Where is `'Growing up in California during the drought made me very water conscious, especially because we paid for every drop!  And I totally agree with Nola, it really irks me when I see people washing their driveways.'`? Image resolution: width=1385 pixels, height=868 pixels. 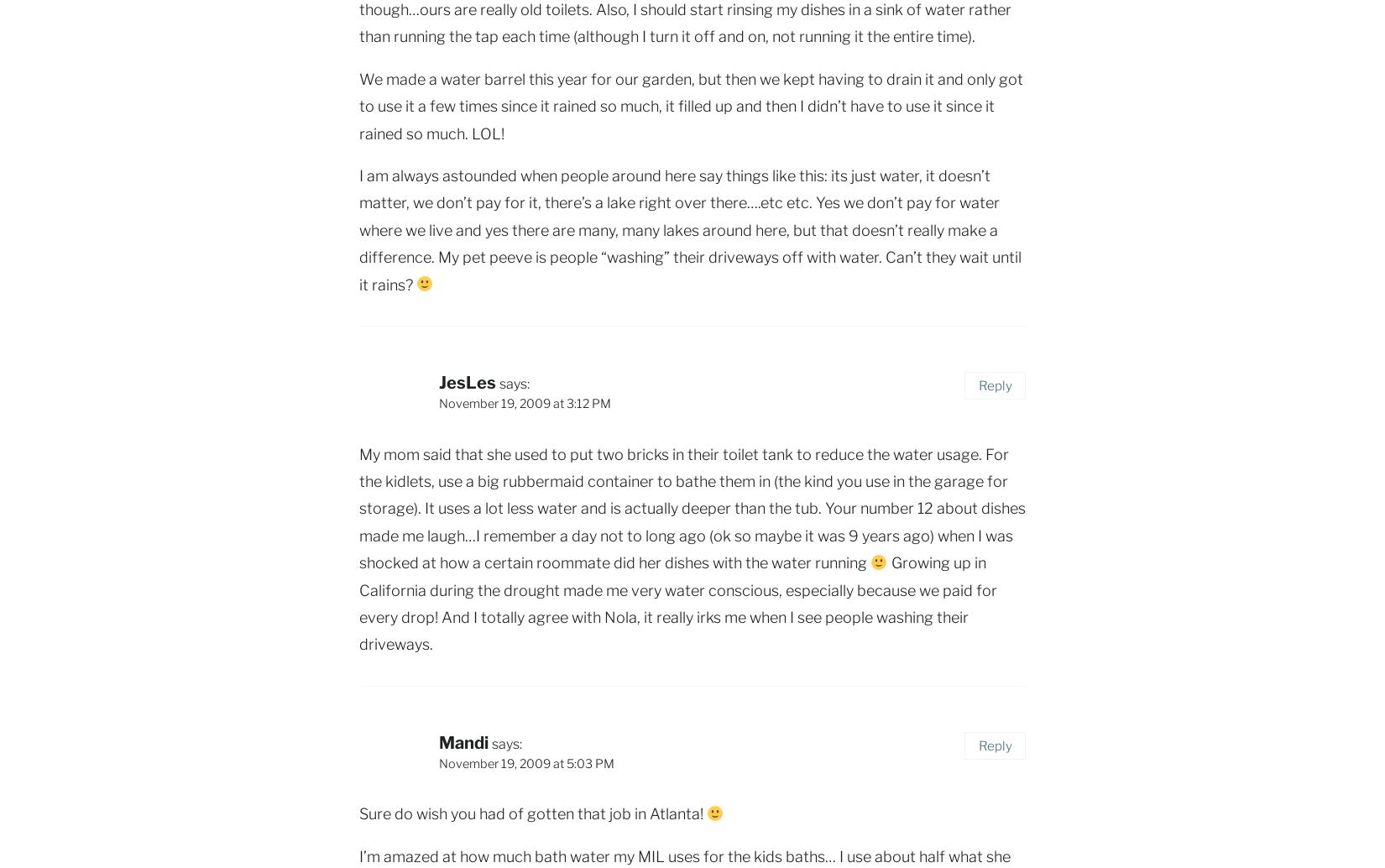
'Growing up in California during the drought made me very water conscious, especially because we paid for every drop!  And I totally agree with Nola, it really irks me when I see people washing their driveways.' is located at coordinates (677, 604).